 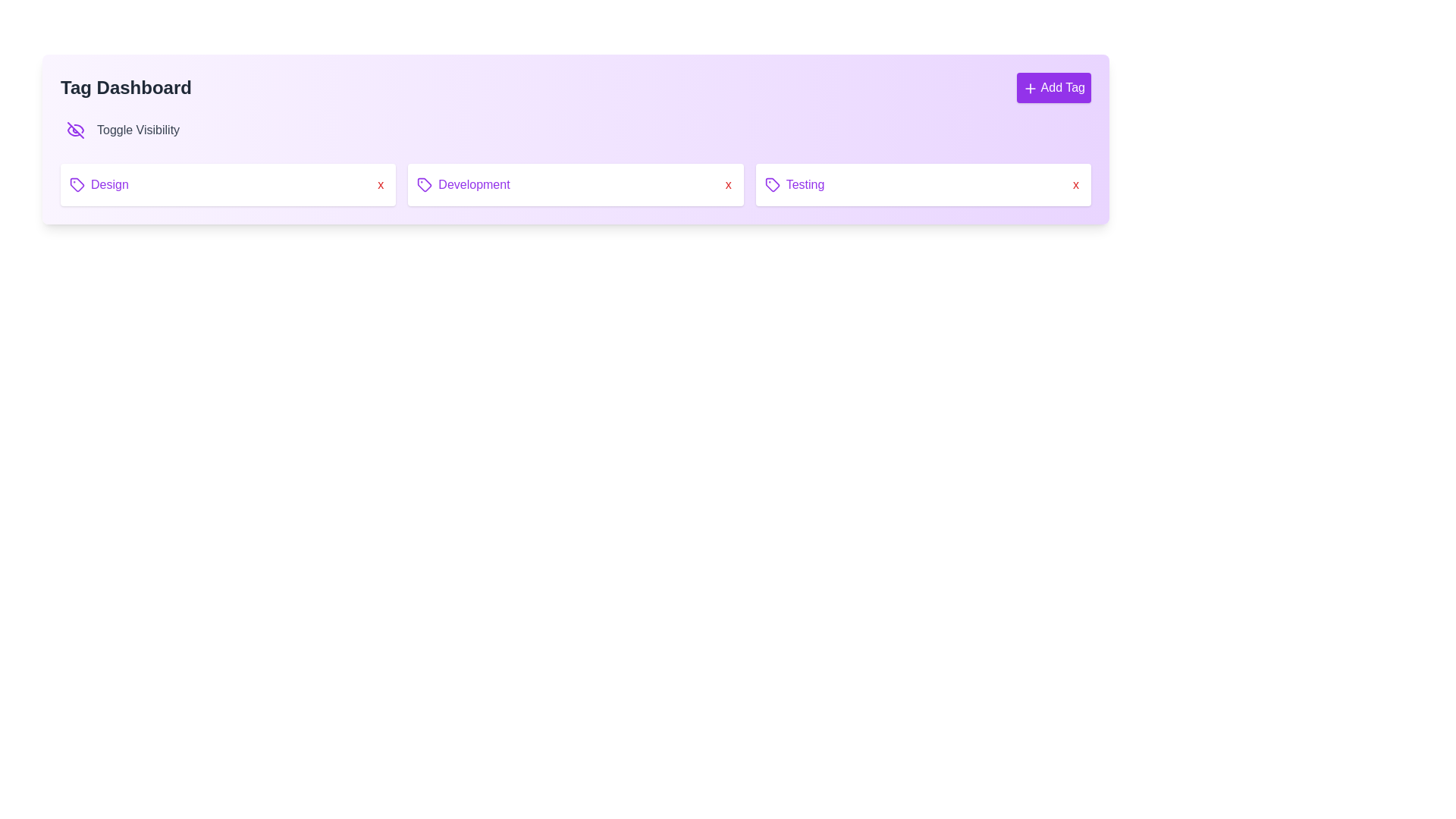 I want to click on the purple tag icon with a thin outline and a small dot near its center, which is positioned to the left of the 'Development' text label, so click(x=425, y=184).